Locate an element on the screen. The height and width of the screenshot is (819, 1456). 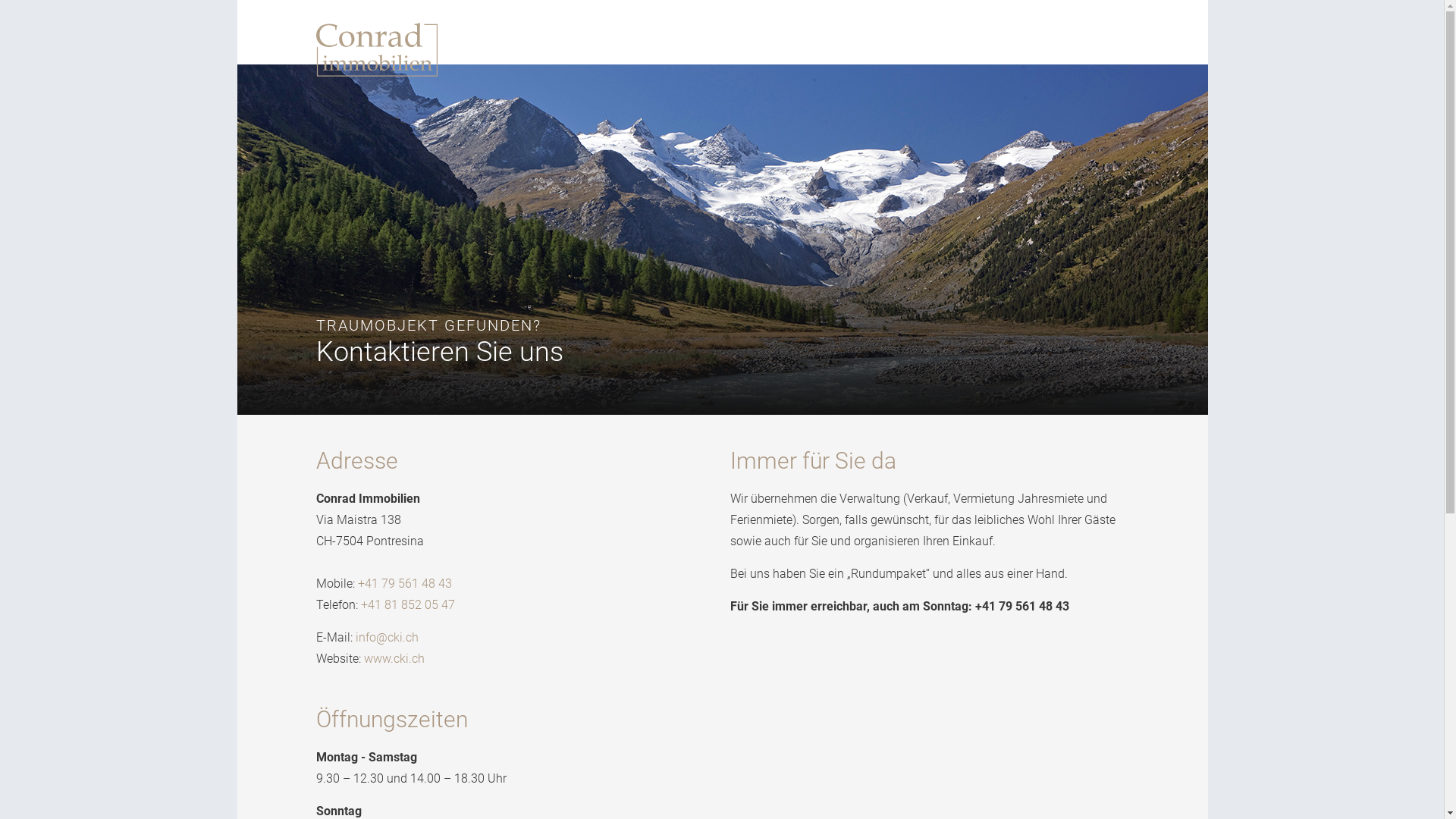
'www.cki.ch' is located at coordinates (394, 657).